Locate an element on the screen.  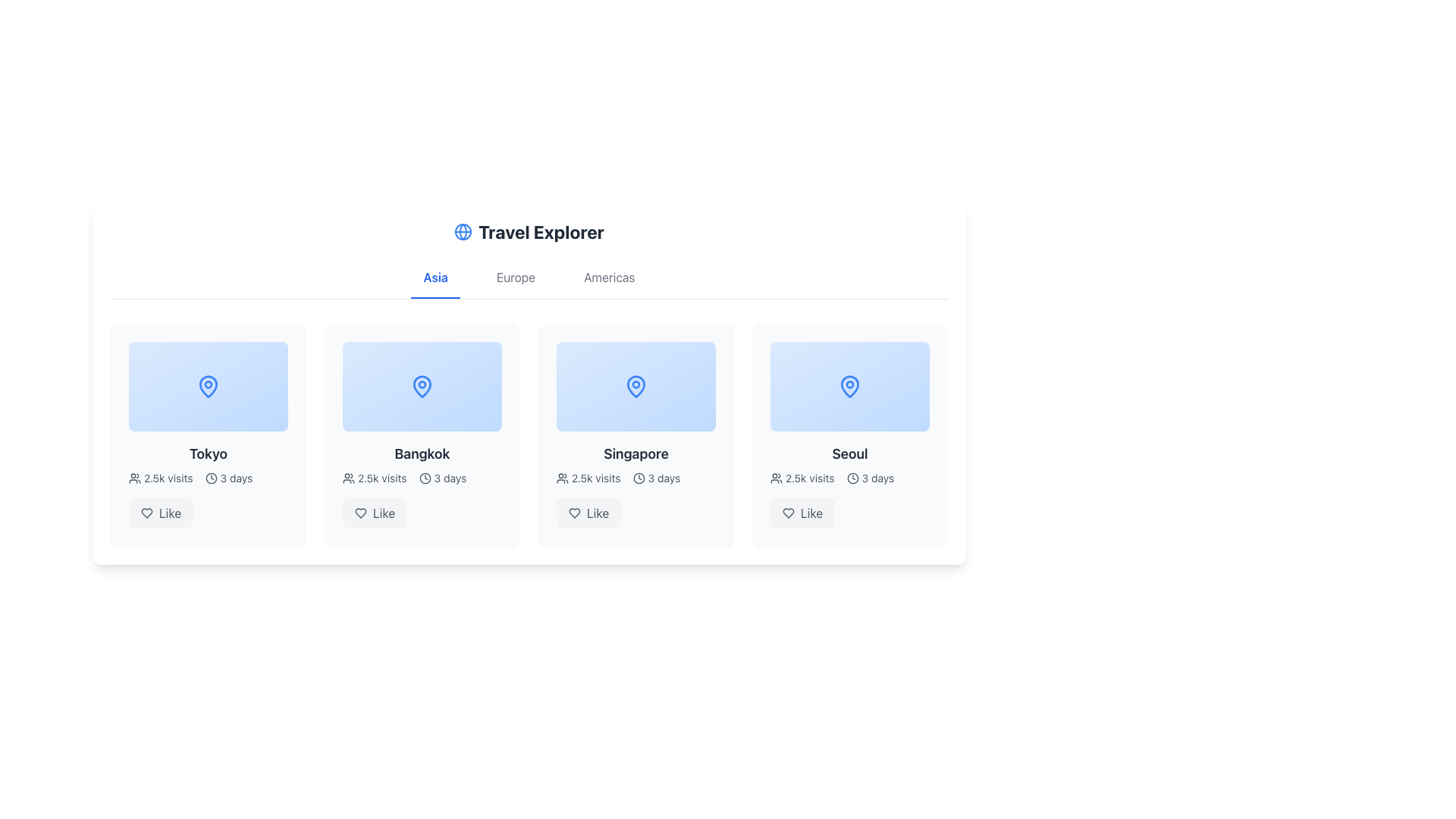
the metadata display for 'Singapore' which shows '2.5k visits' and '3 days' below the card title and above the 'Like' button in the 'Travel Explorer' interface is located at coordinates (636, 479).